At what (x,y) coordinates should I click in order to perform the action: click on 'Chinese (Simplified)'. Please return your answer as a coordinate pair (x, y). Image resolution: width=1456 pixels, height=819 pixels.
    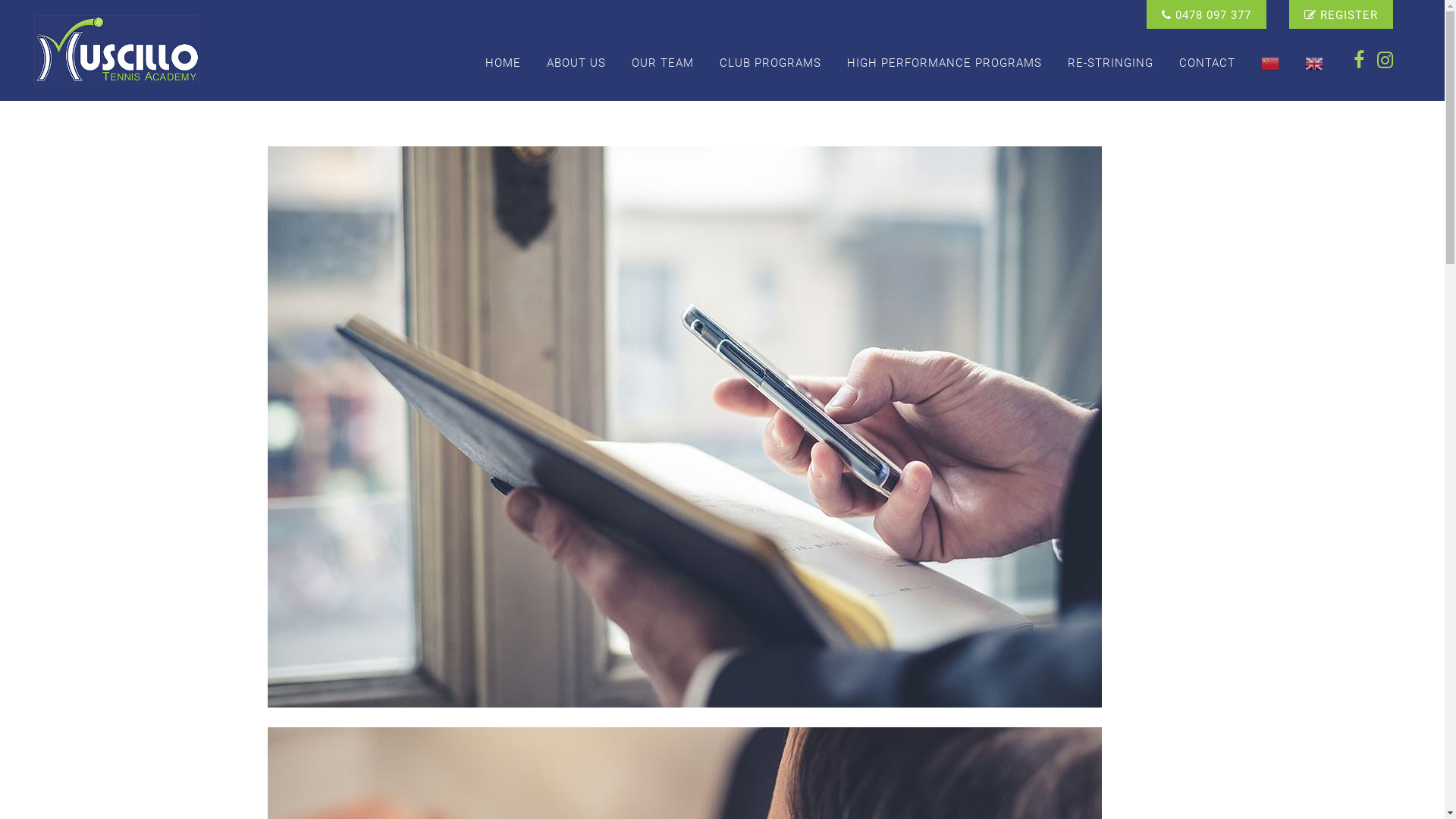
    Looking at the image, I should click on (1248, 62).